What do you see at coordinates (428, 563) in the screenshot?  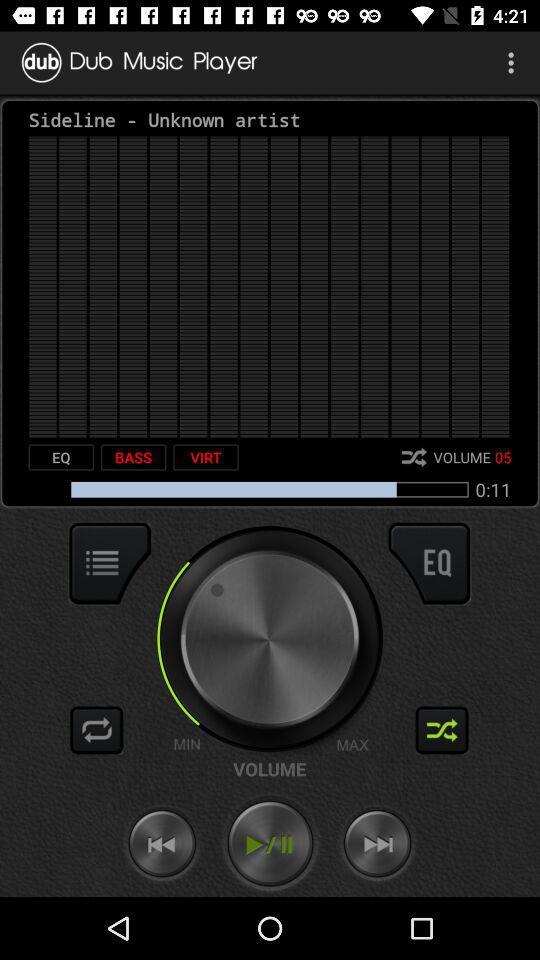 I see `switch eq option` at bounding box center [428, 563].